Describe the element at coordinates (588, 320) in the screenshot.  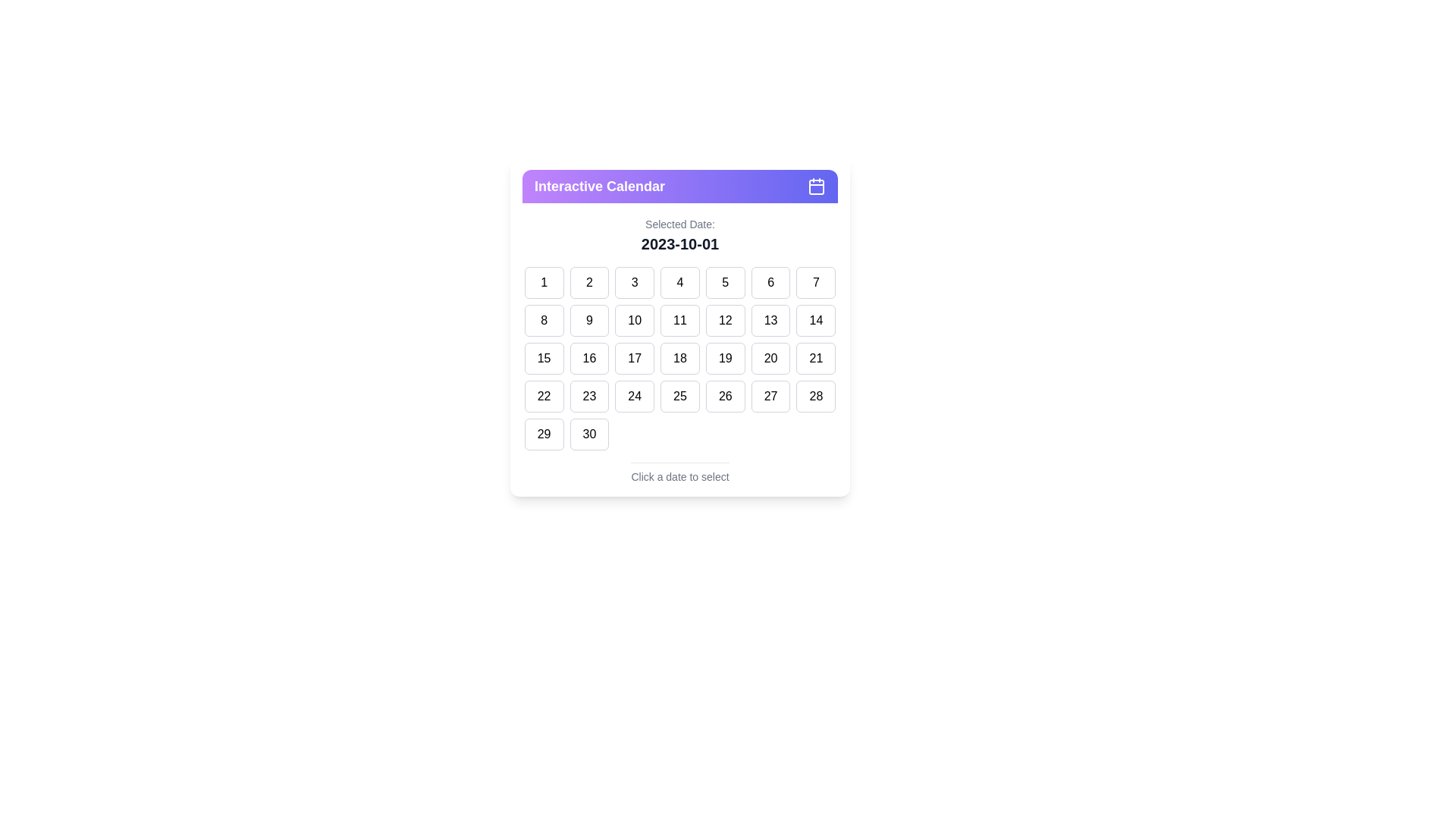
I see `the button displaying the number '9' in the calendar grid to change its appearance` at that location.